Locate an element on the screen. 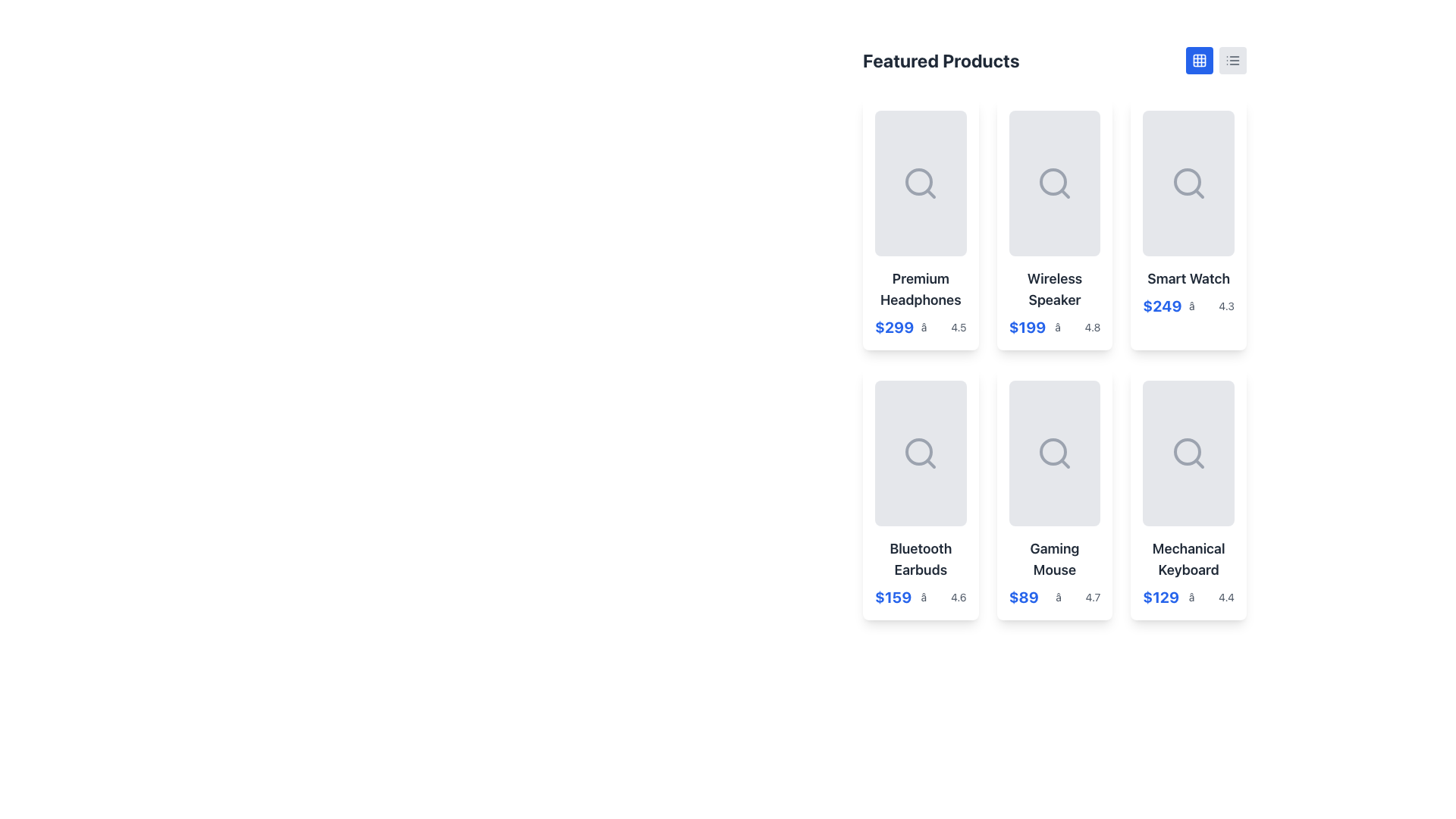  the static text label displaying the product rating for the 'Mechanical Keyboard', located beneath the price label ('$129') within the product card is located at coordinates (1210, 596).